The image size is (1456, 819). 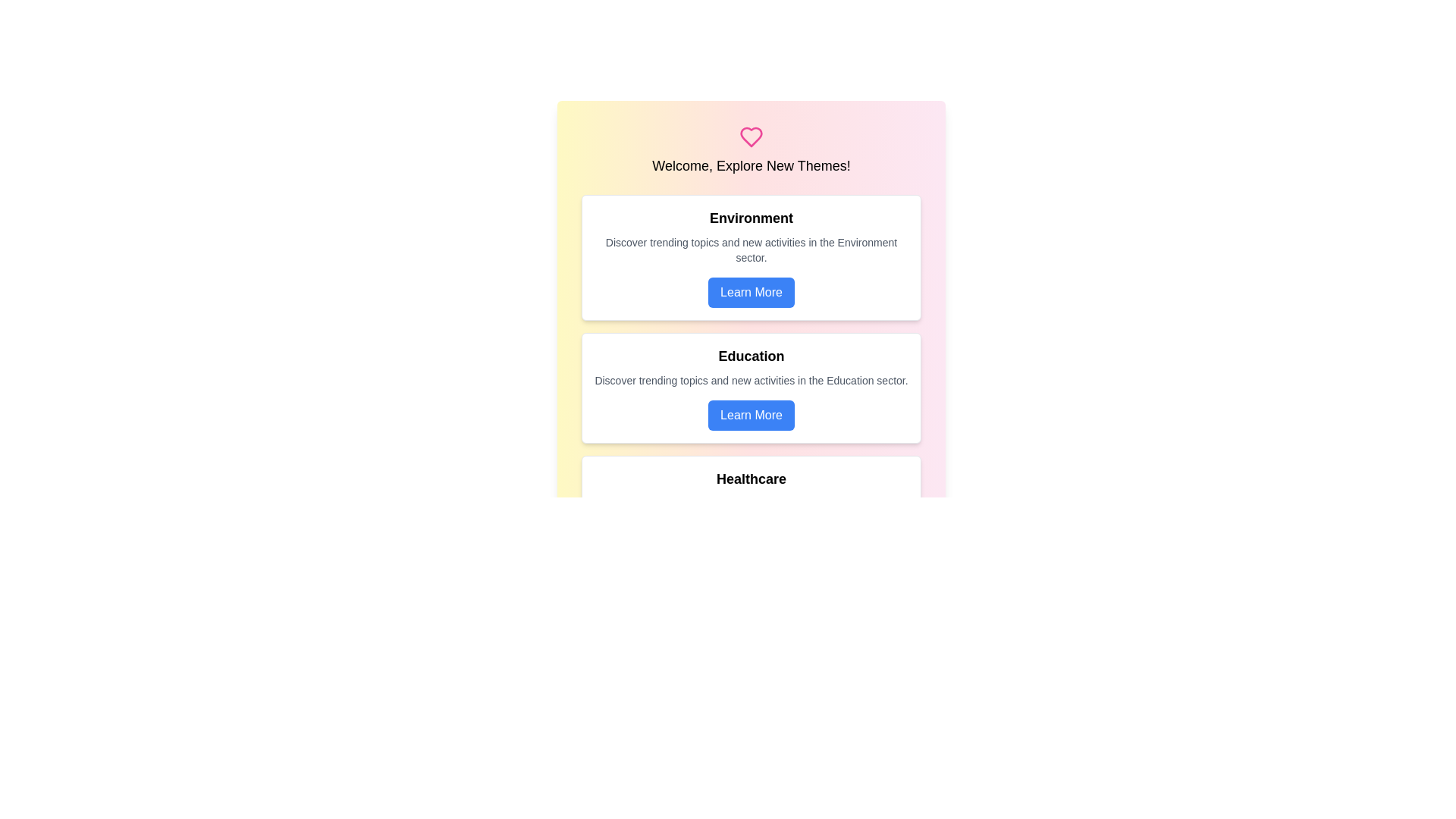 What do you see at coordinates (751, 218) in the screenshot?
I see `header text located at the top of the card structure, which introduces the theme or topic of the content presented below` at bounding box center [751, 218].